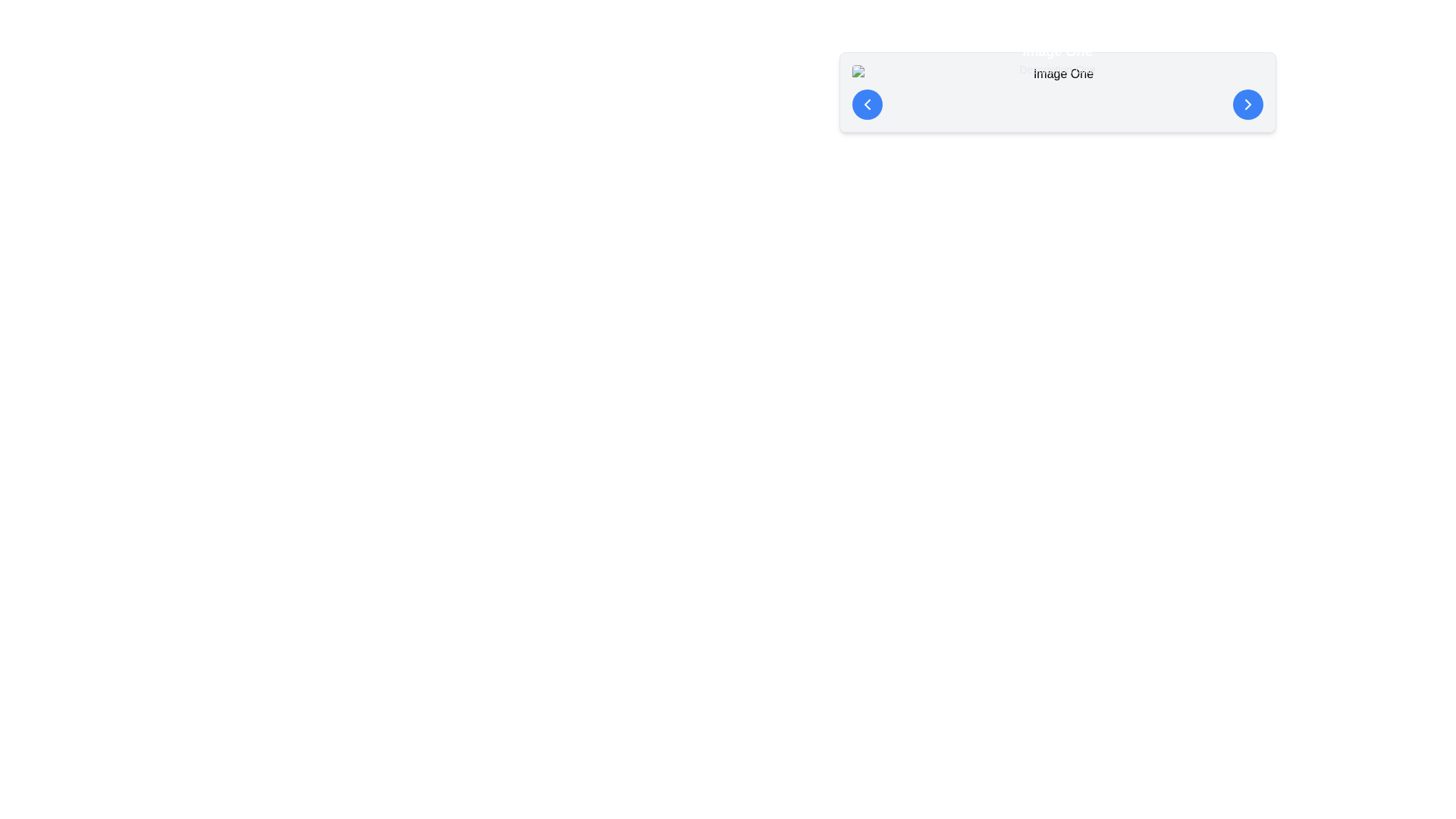 The width and height of the screenshot is (1456, 819). Describe the element at coordinates (867, 104) in the screenshot. I see `the circular button with a blue background and a white left-pointing chevron arrow, which is the leftmost button in a horizontal layout next to the content box labeled 'Image One'` at that location.